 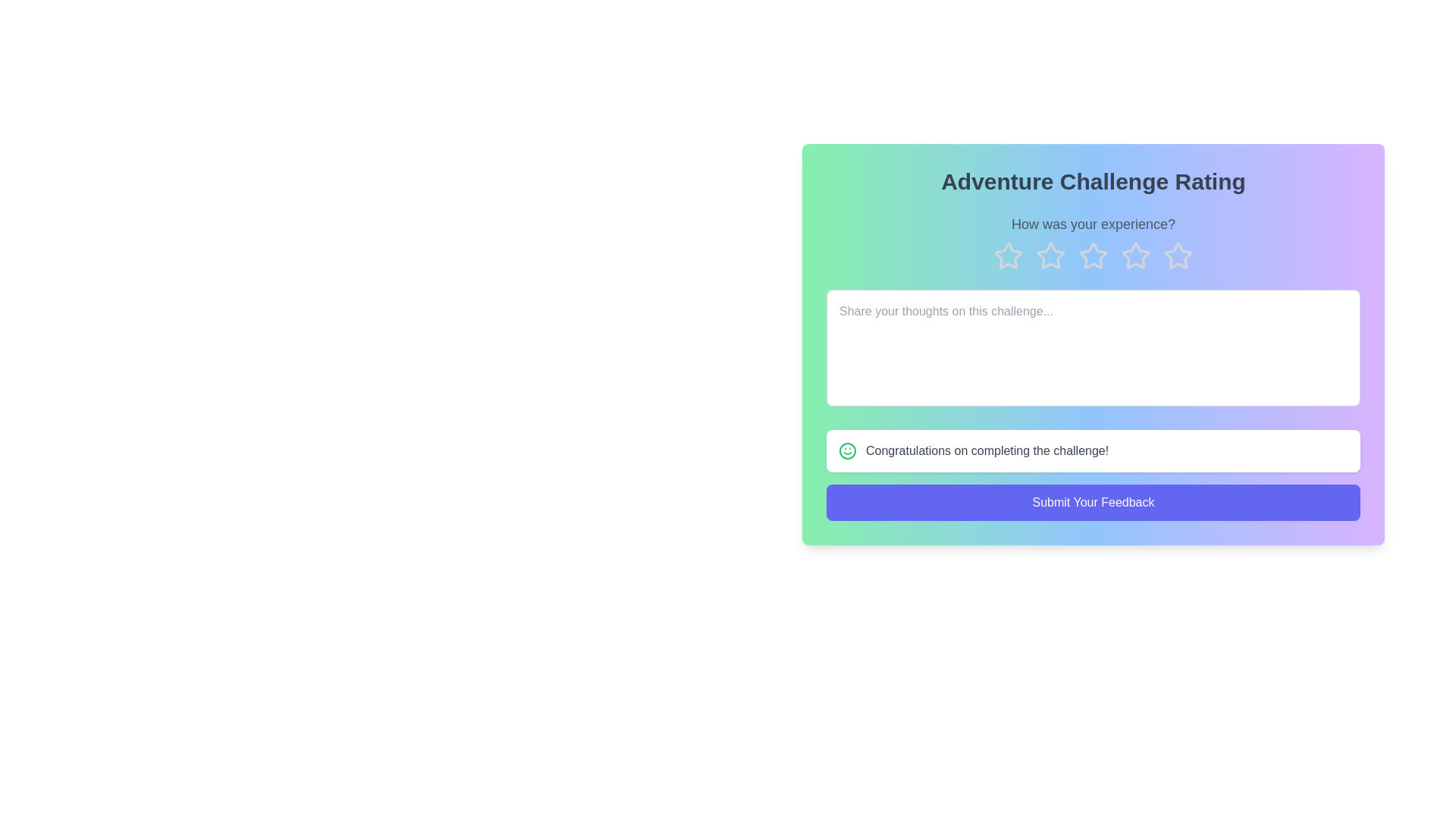 What do you see at coordinates (847, 450) in the screenshot?
I see `the circular smiling face icon within the green-colored SVG graphic located to the left of the text 'Congratulations on completing the challenge!'` at bounding box center [847, 450].